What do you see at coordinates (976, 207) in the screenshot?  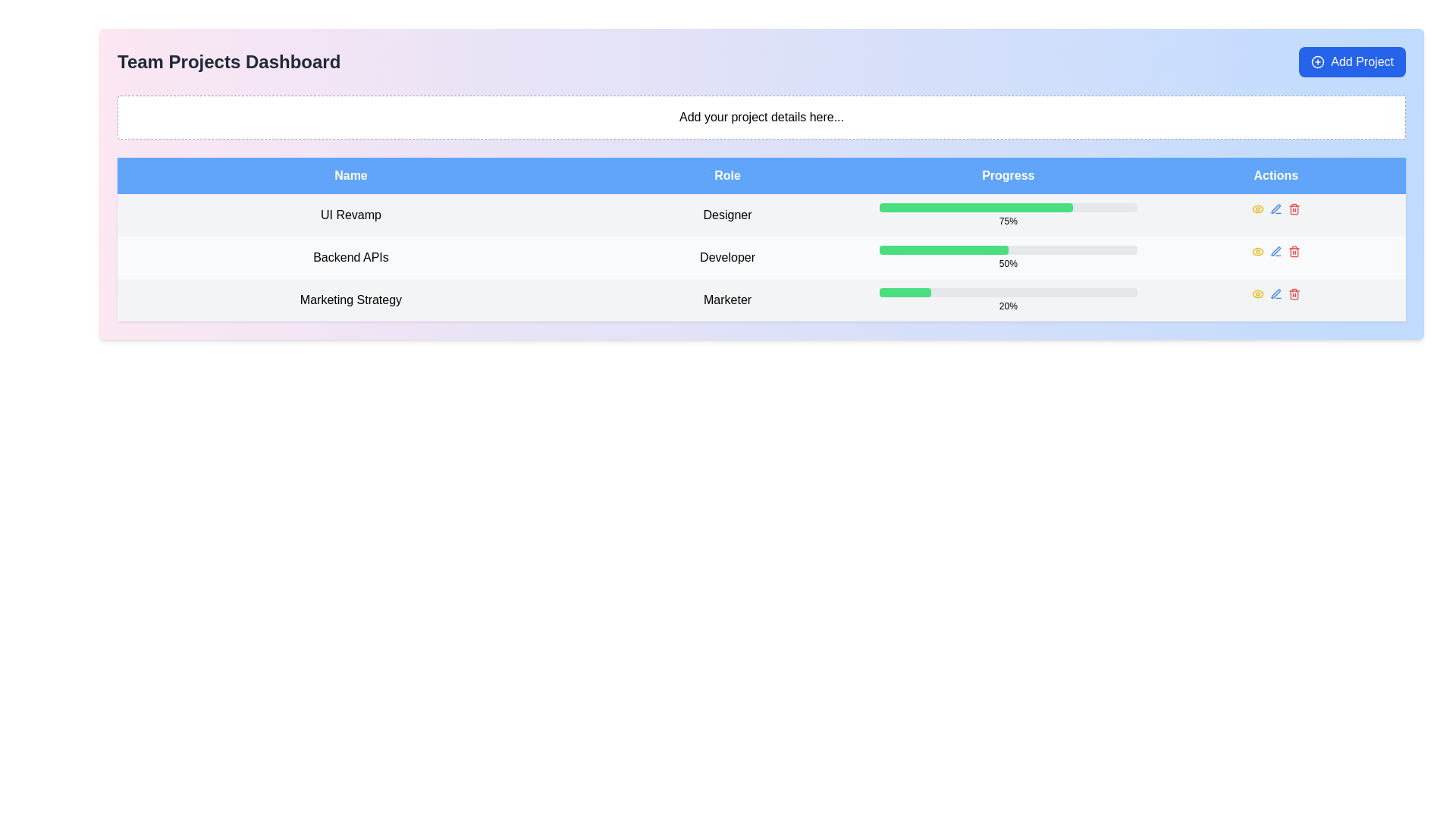 I see `the progress bar indicating 75% completion for the Designer role in the Progress column` at bounding box center [976, 207].